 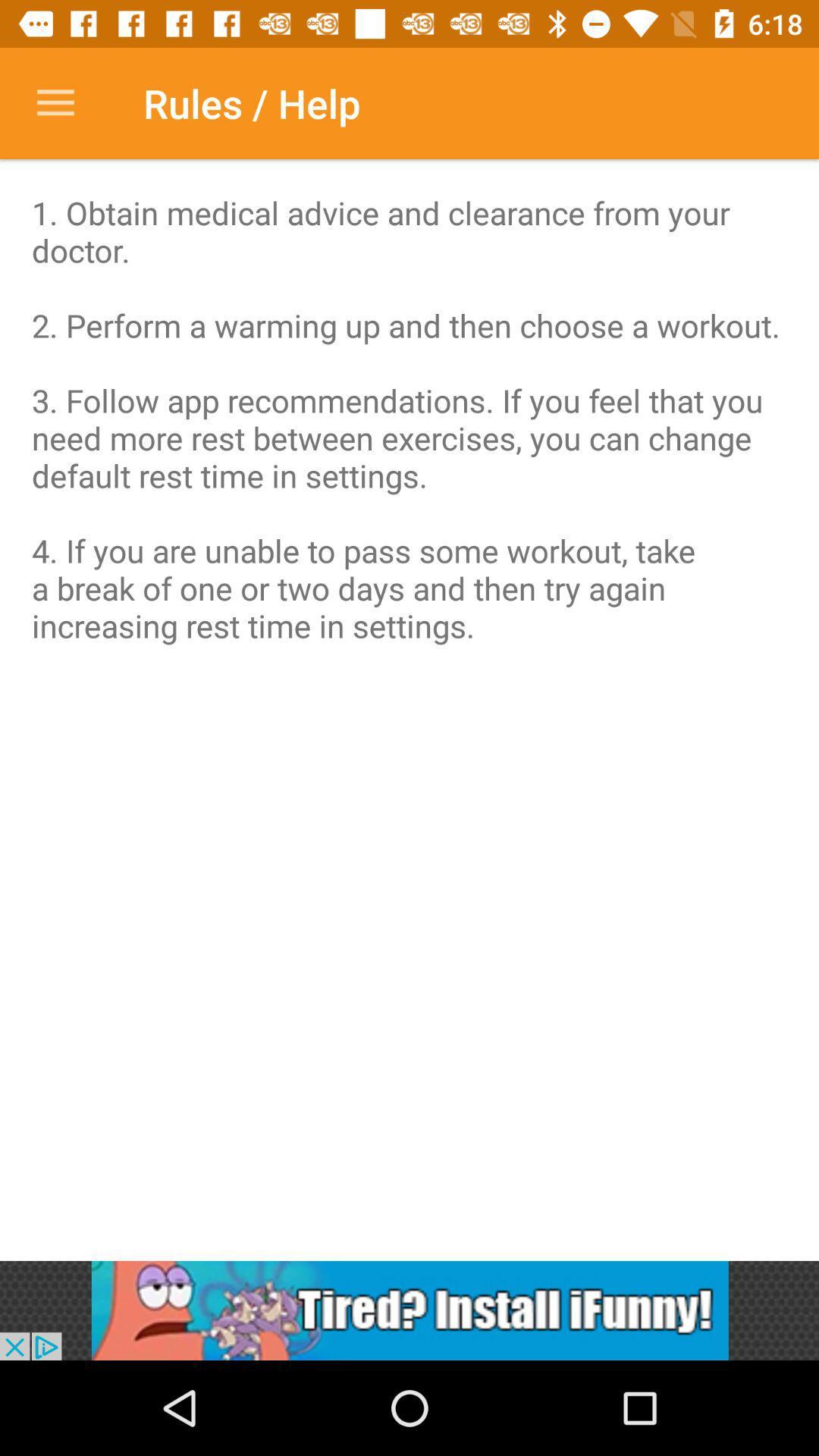 I want to click on advertisement, so click(x=409, y=1310).